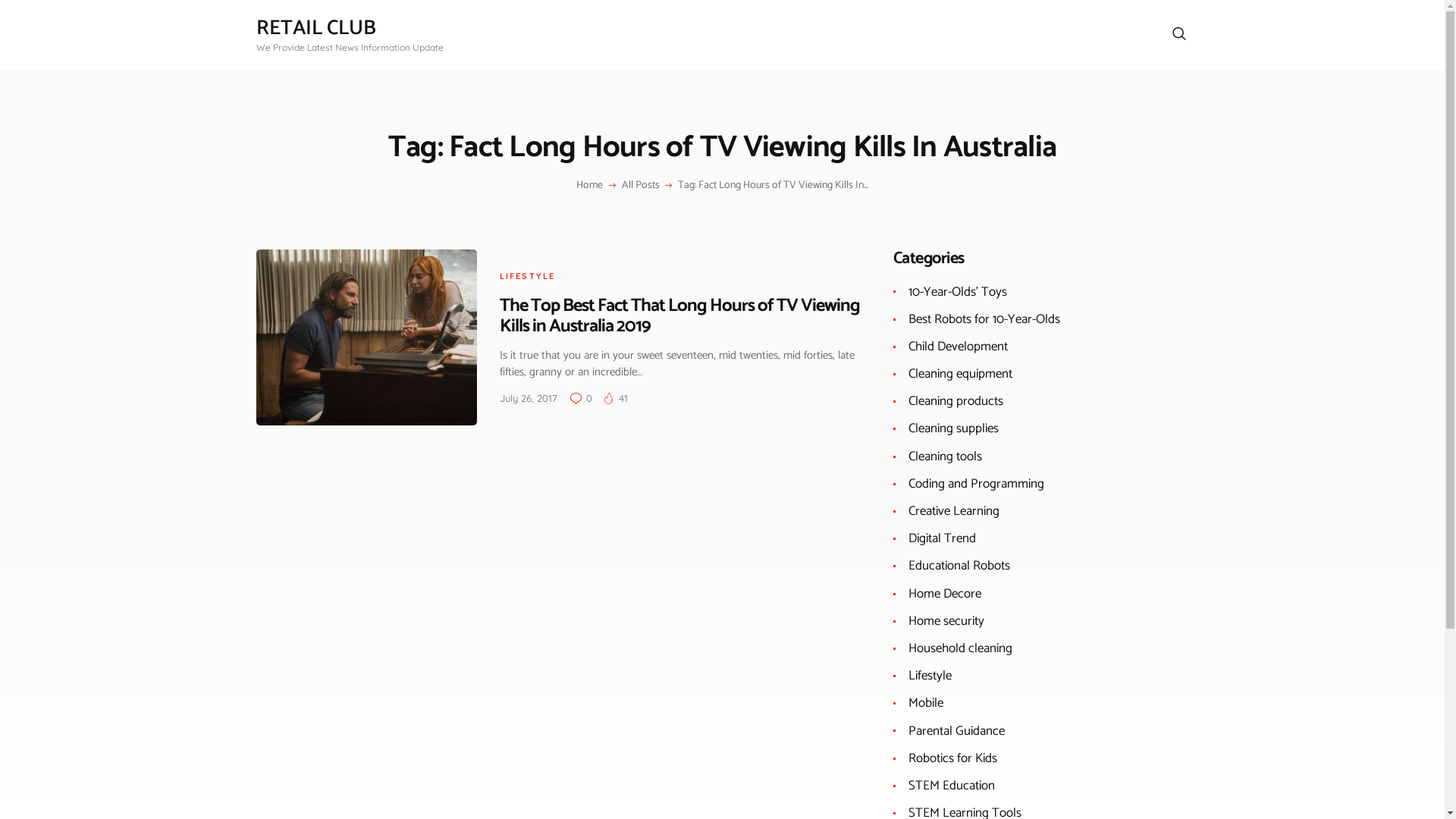 The width and height of the screenshot is (1456, 819). What do you see at coordinates (527, 275) in the screenshot?
I see `'LIFESTYLE'` at bounding box center [527, 275].